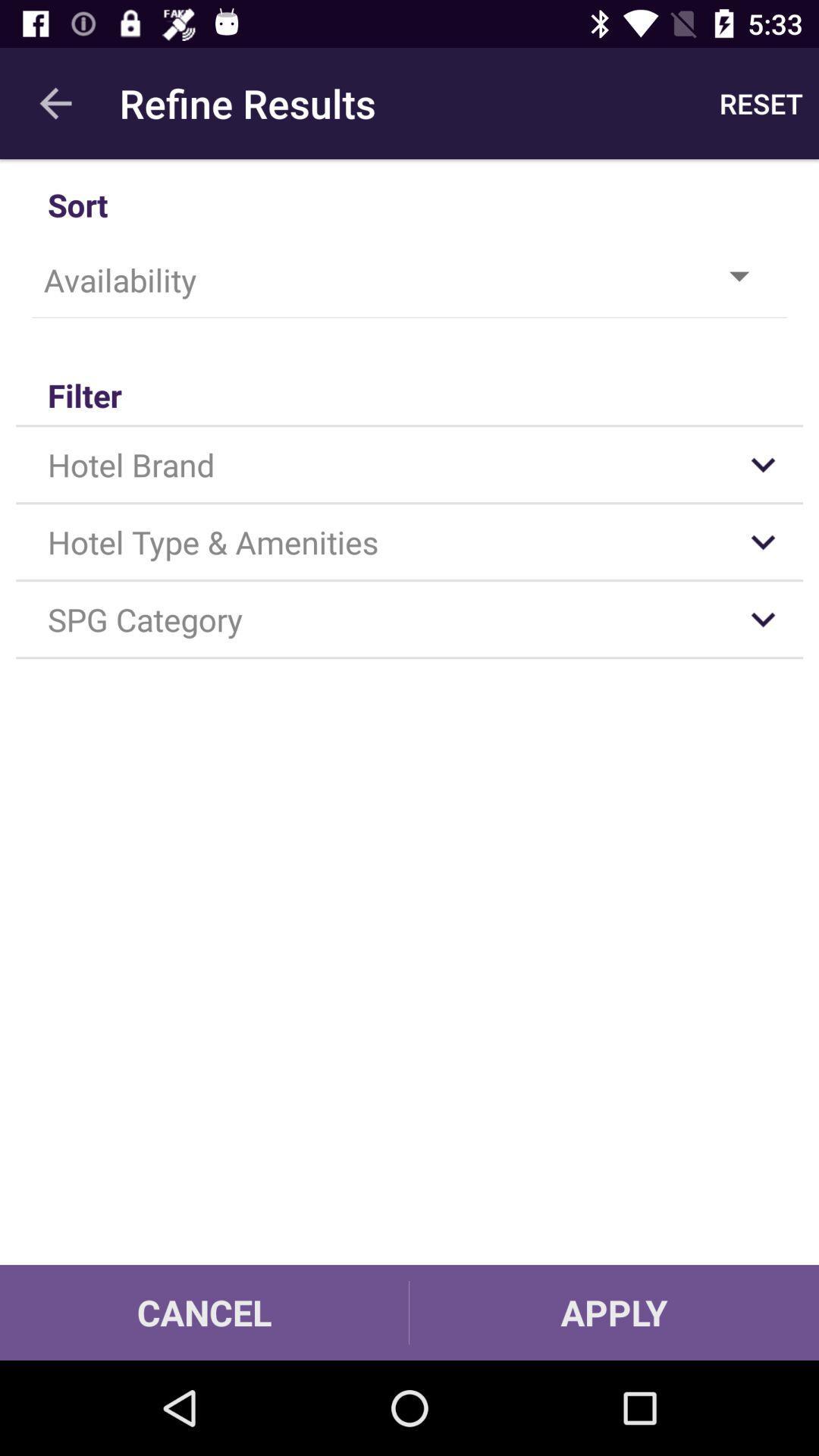  Describe the element at coordinates (203, 1312) in the screenshot. I see `the cancel item` at that location.